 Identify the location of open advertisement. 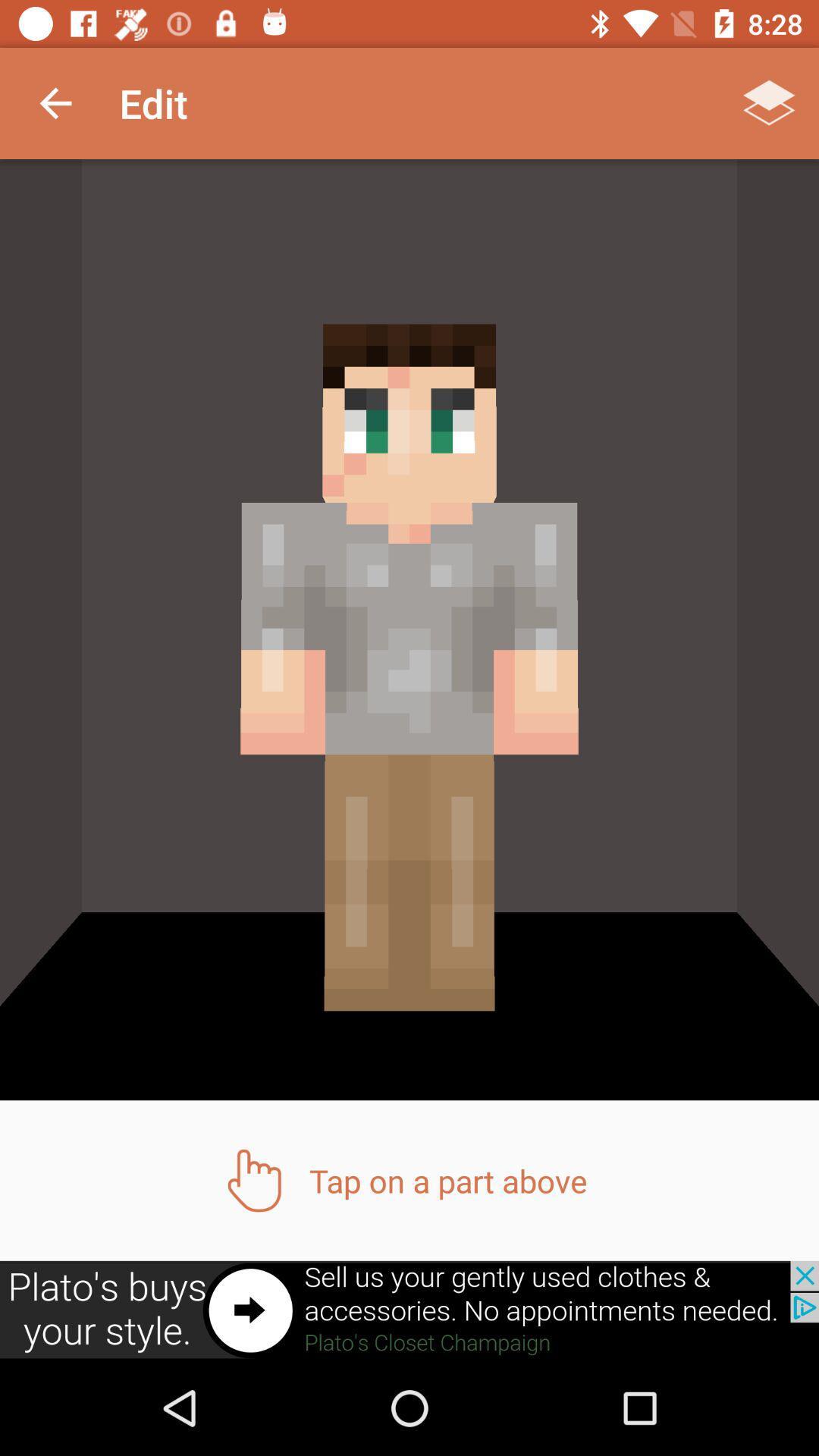
(409, 1310).